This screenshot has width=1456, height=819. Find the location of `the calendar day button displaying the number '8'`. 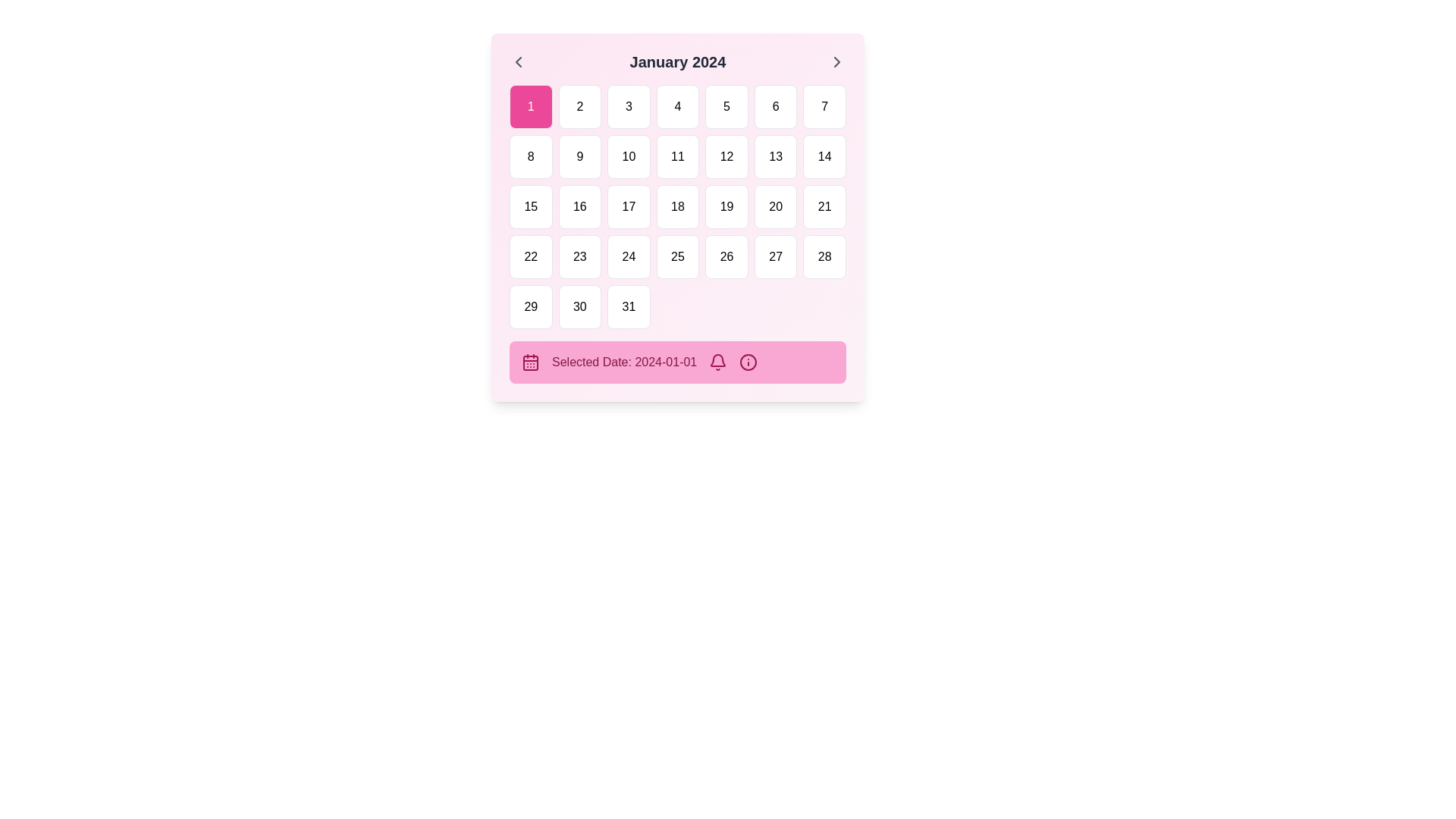

the calendar day button displaying the number '8' is located at coordinates (531, 157).